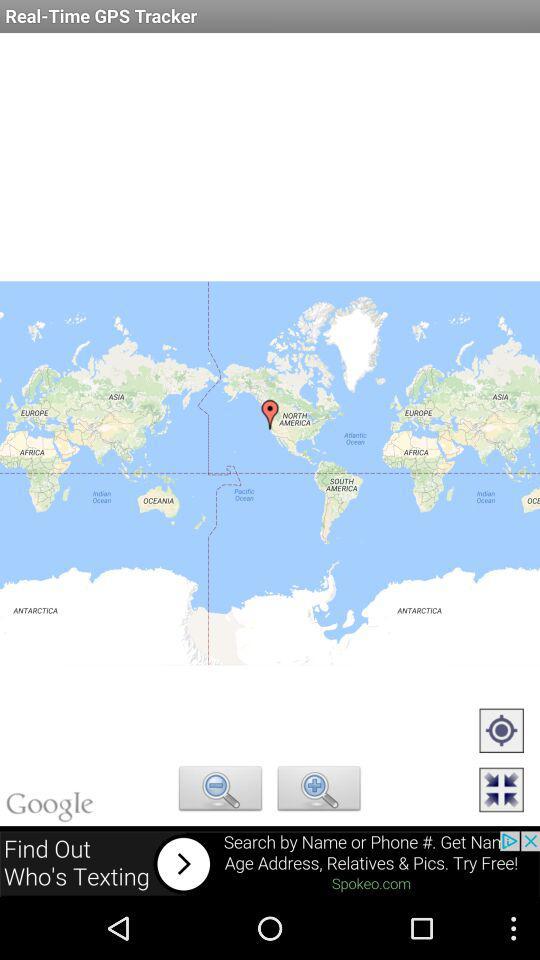 The height and width of the screenshot is (960, 540). Describe the element at coordinates (500, 783) in the screenshot. I see `the location_crosshair icon` at that location.